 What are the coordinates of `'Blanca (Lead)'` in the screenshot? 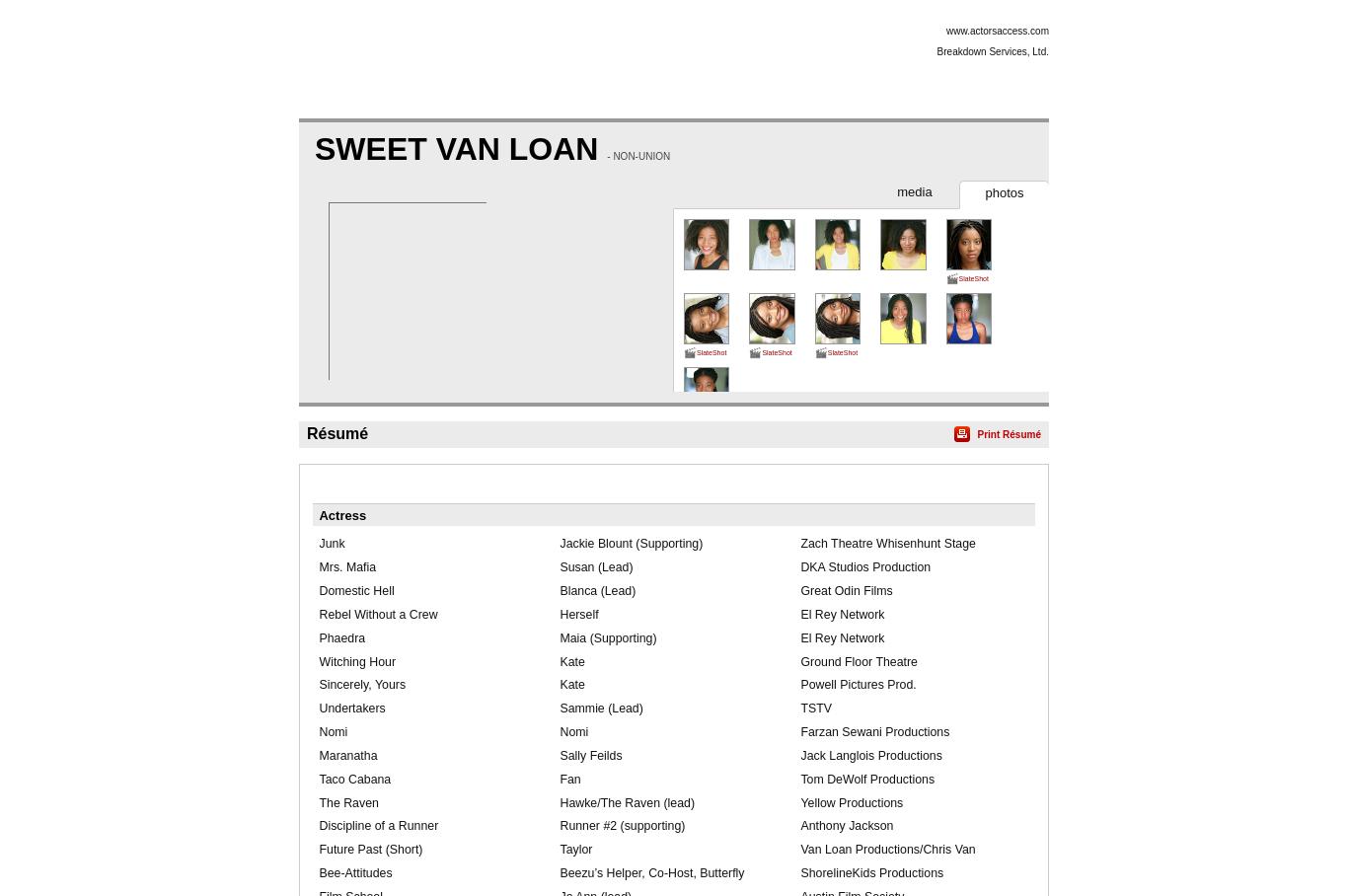 It's located at (596, 591).